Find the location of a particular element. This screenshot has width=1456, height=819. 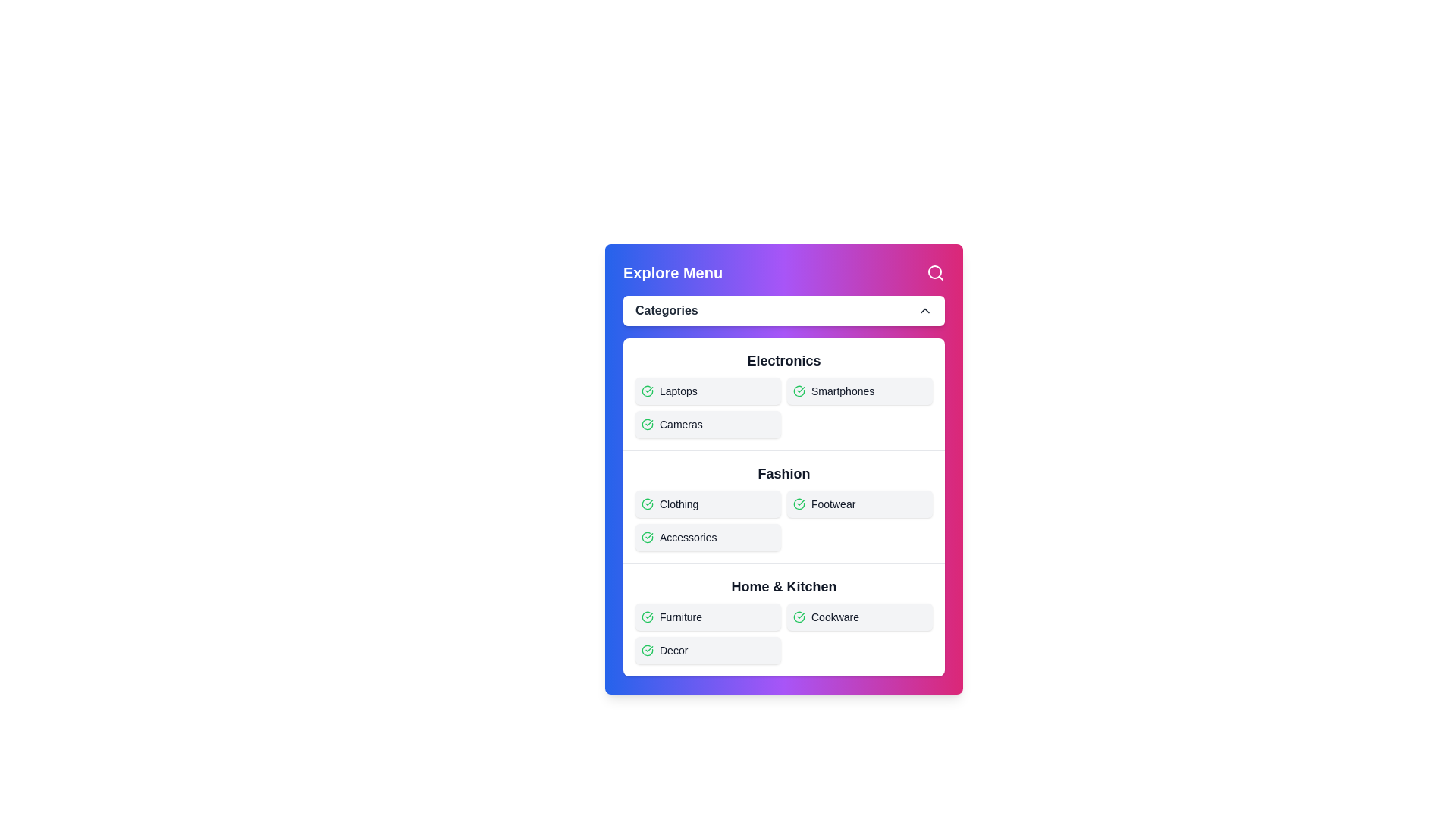

the category buttons in the 'Home & Kitchen' section grid layout is located at coordinates (783, 634).